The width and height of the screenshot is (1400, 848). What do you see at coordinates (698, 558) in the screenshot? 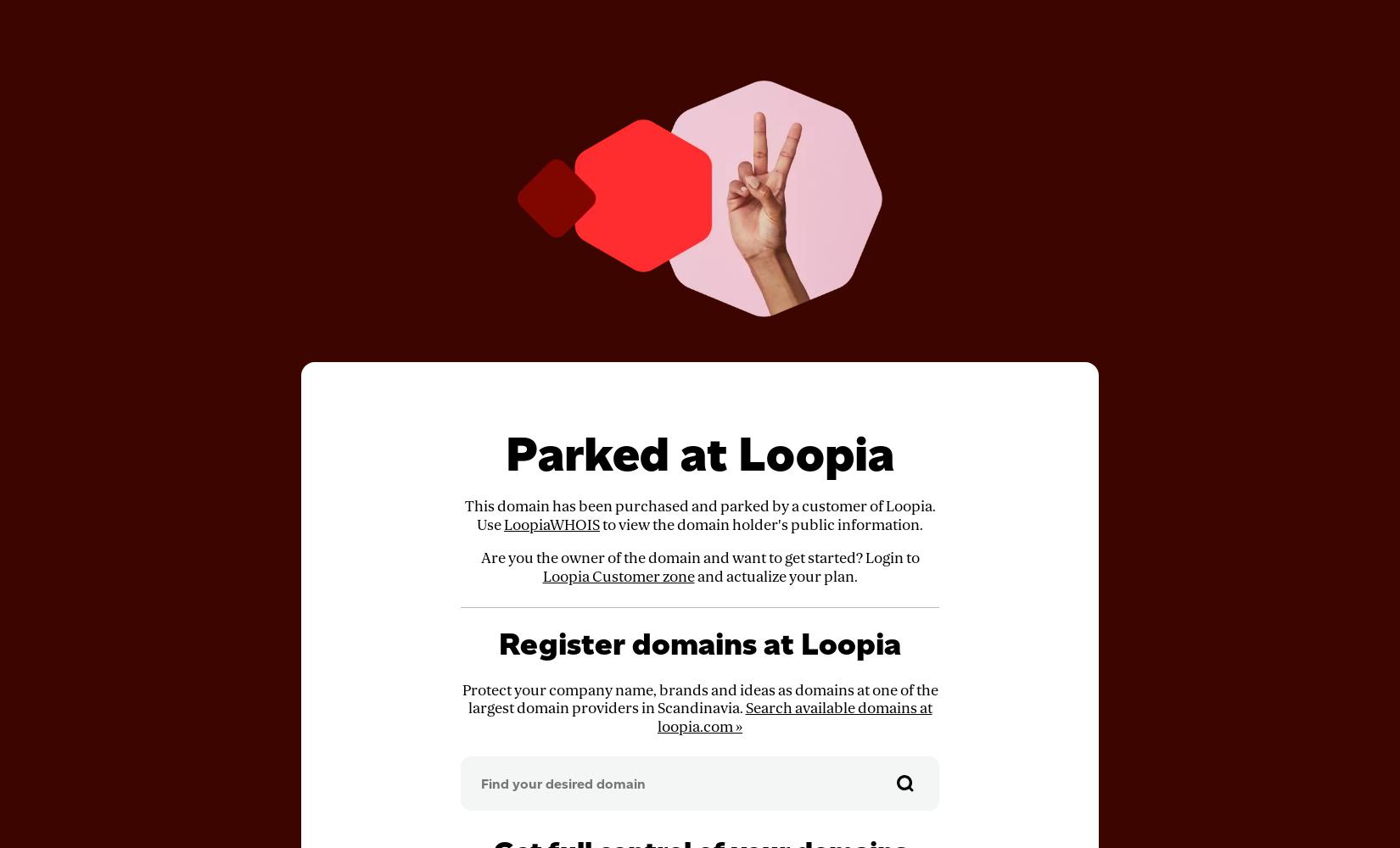
I see `'Are you the owner of the domain and want to get started? Login to'` at bounding box center [698, 558].